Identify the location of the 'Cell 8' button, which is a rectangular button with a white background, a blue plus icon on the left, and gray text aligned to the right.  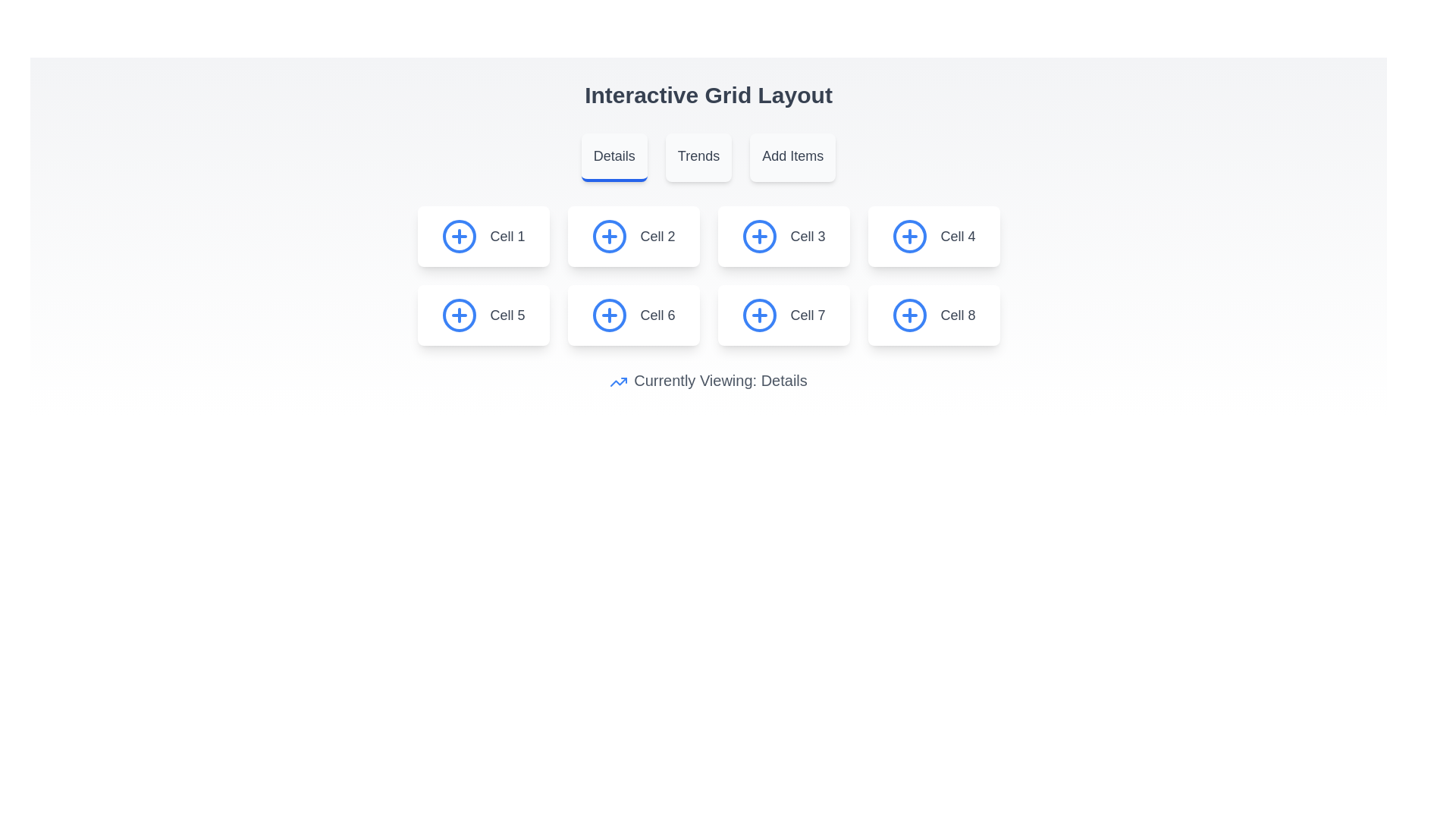
(933, 315).